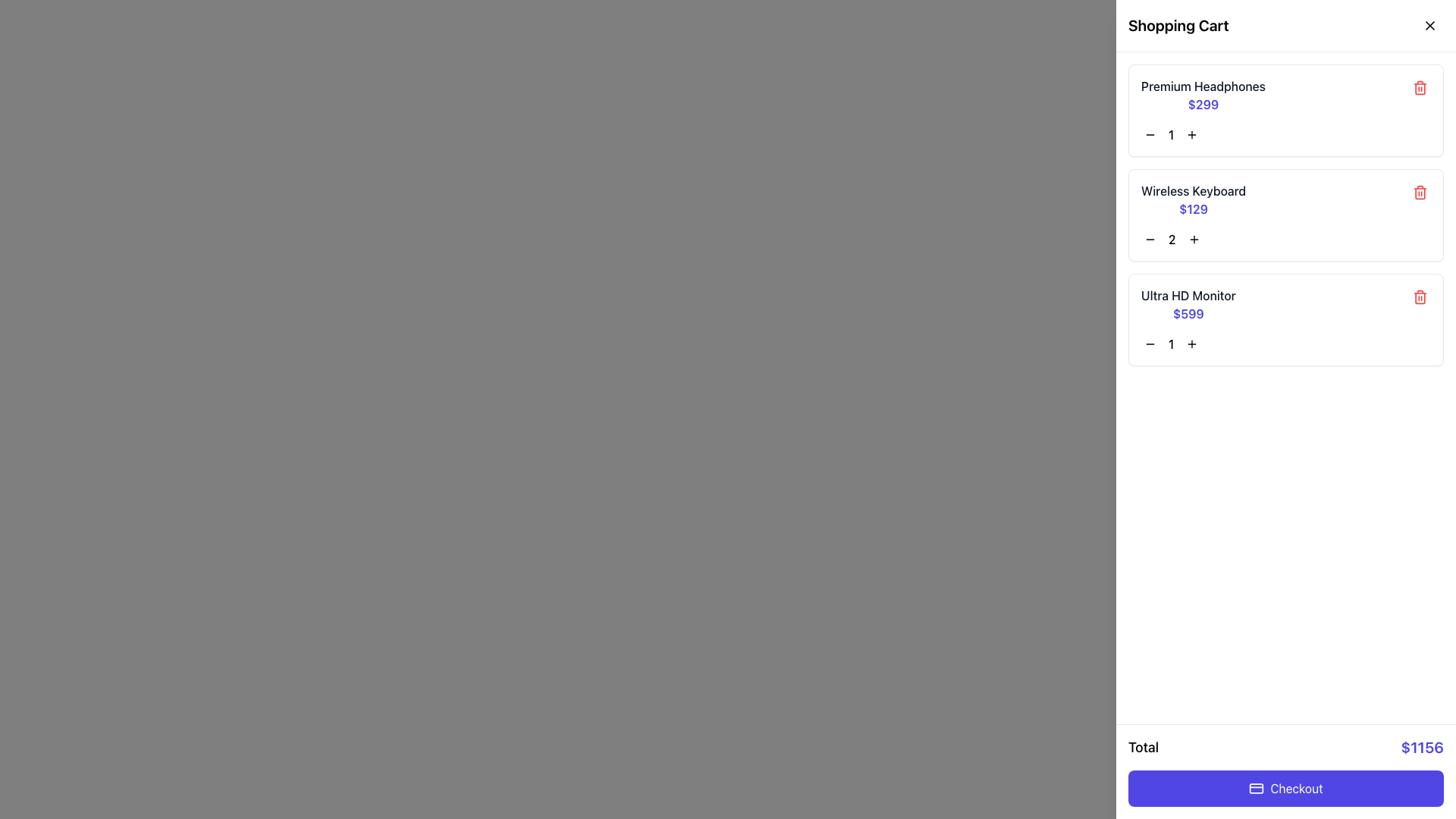  I want to click on the circular button with a minus icon ('-') to decrease the quantity of the 'Premium Headphones' item in the shopping cart, so click(1150, 133).